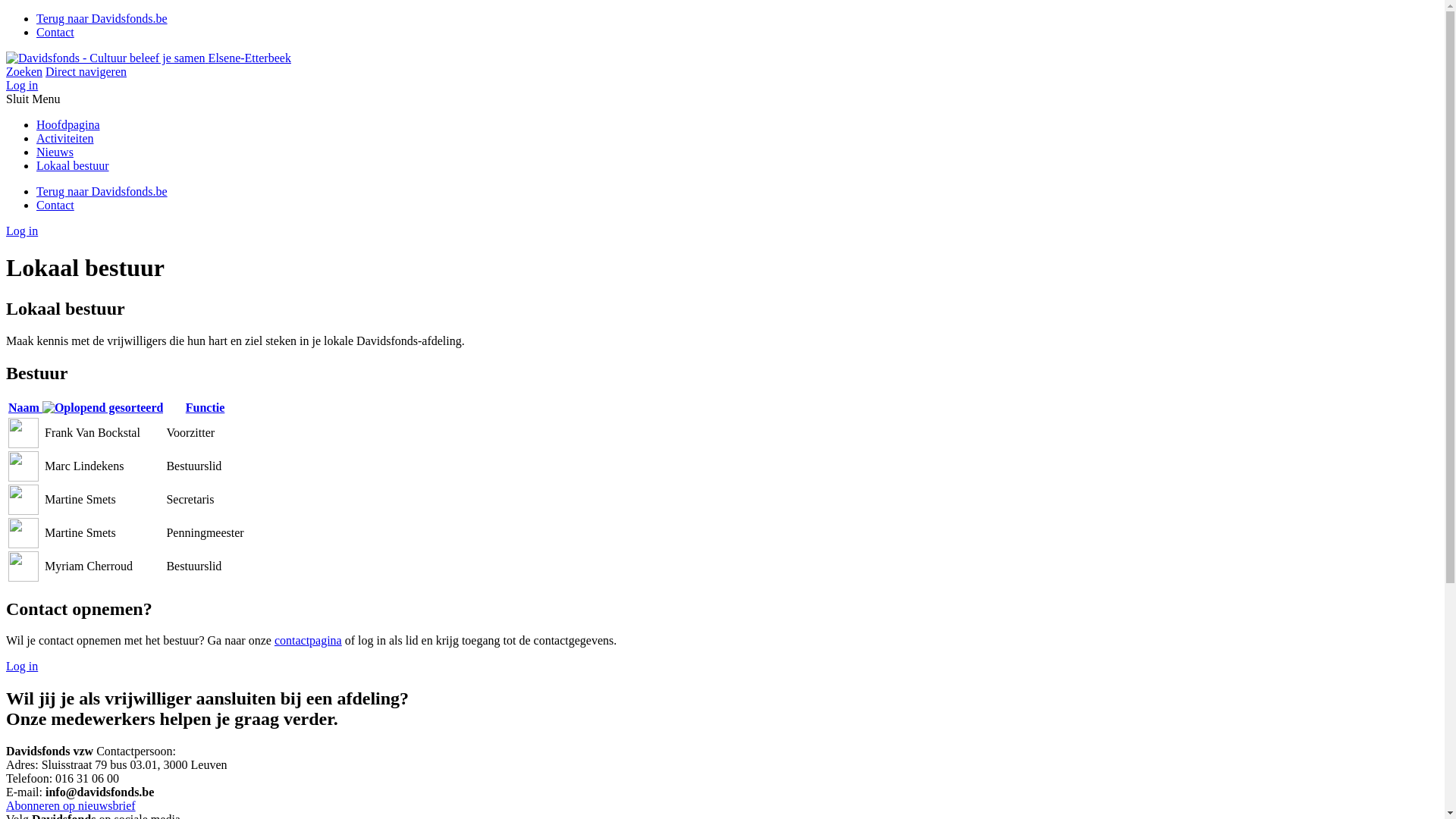 The height and width of the screenshot is (819, 1456). I want to click on 'Nieuws', so click(36, 152).